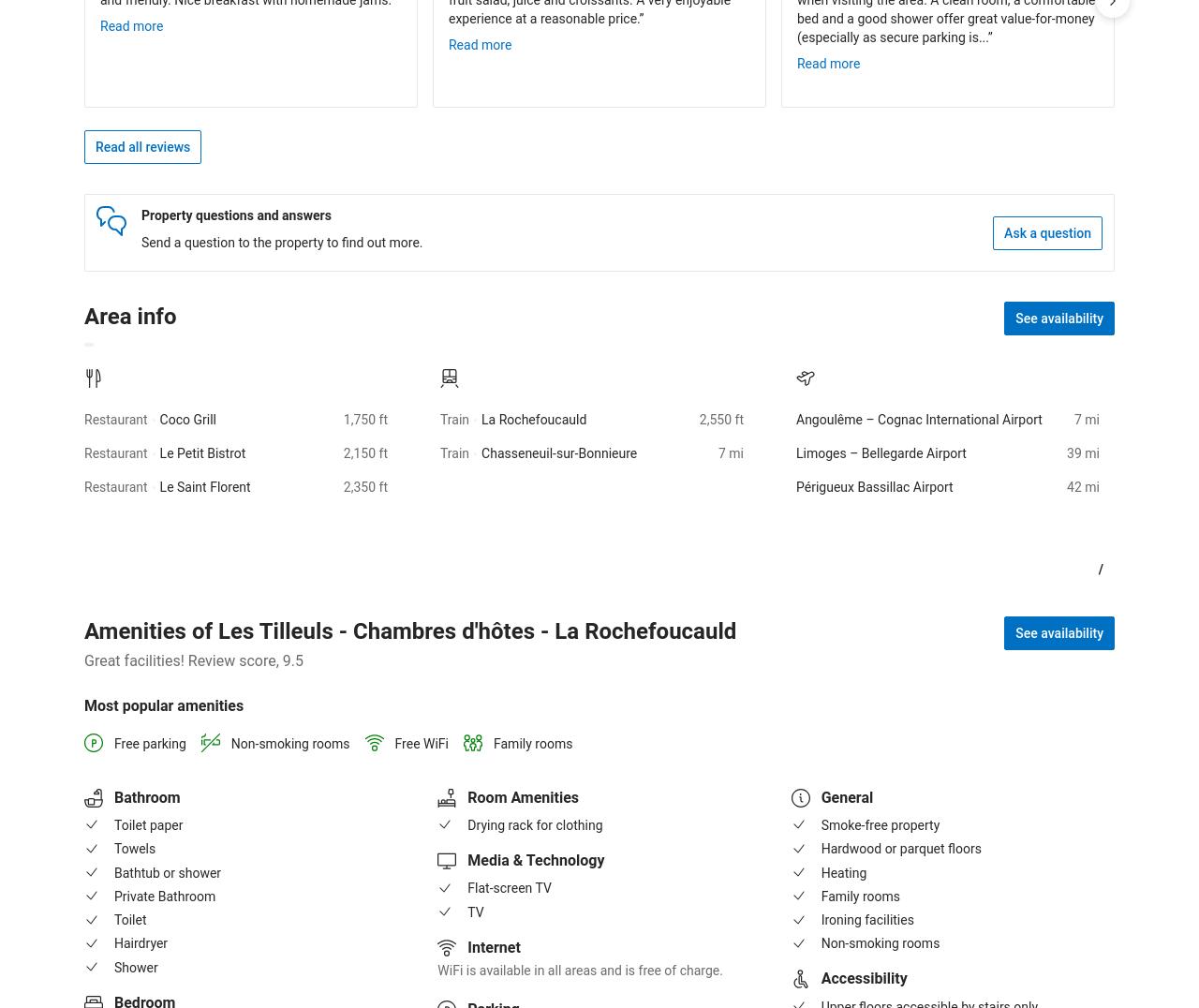 The width and height of the screenshot is (1199, 1008). Describe the element at coordinates (493, 945) in the screenshot. I see `'Internet'` at that location.